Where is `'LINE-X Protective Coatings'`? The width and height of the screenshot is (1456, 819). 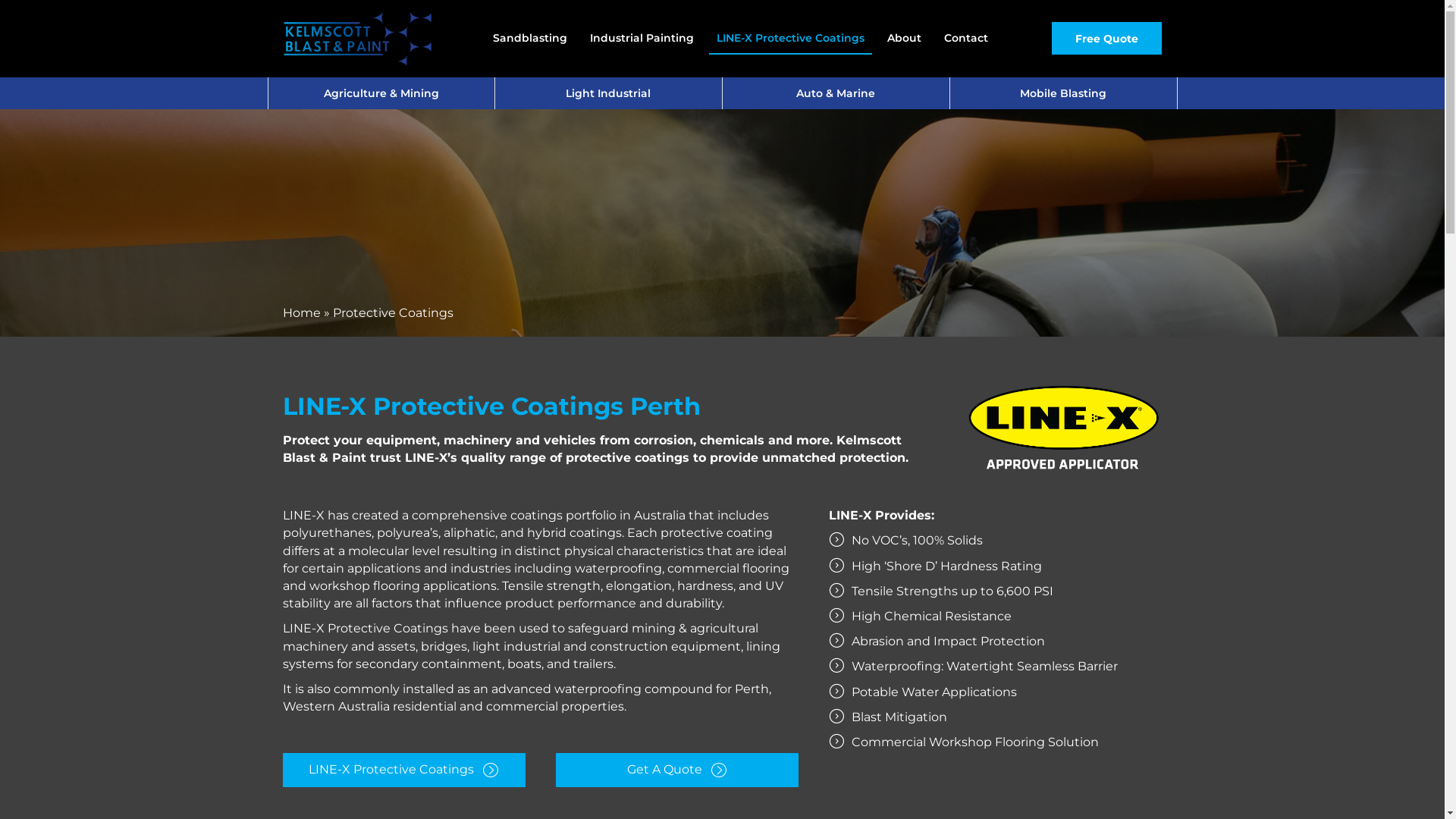
'LINE-X Protective Coatings' is located at coordinates (789, 37).